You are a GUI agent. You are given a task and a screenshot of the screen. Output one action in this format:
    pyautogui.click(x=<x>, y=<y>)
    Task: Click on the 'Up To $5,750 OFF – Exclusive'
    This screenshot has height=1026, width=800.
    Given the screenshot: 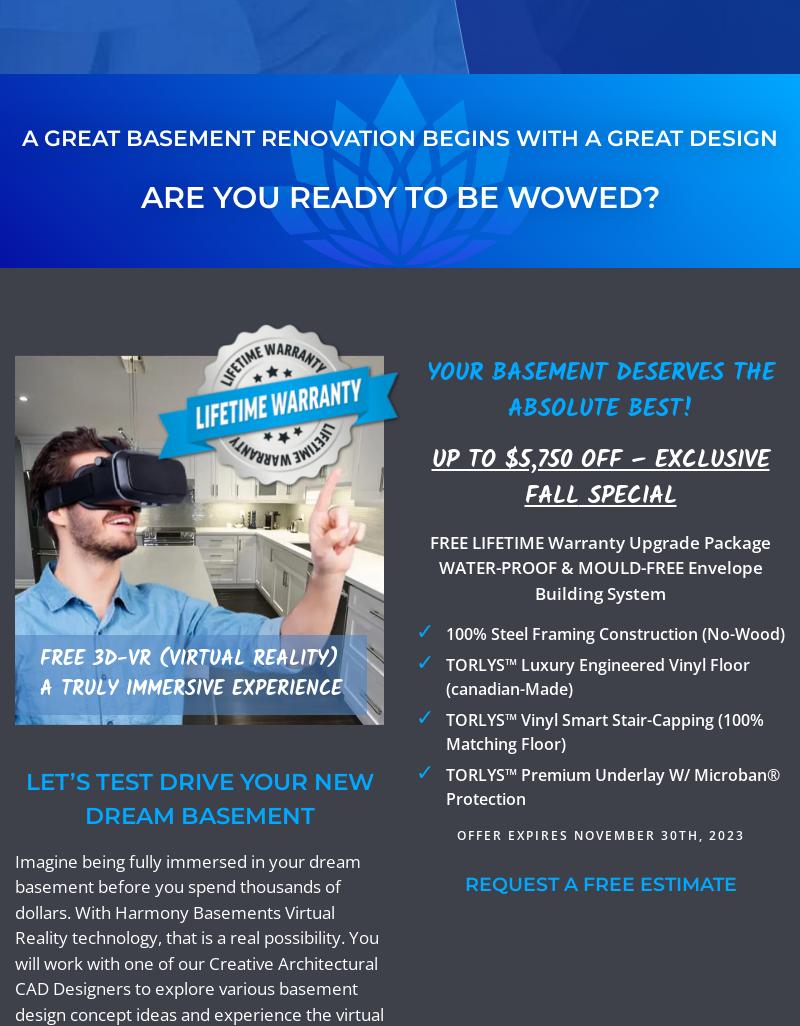 What is the action you would take?
    pyautogui.click(x=600, y=459)
    